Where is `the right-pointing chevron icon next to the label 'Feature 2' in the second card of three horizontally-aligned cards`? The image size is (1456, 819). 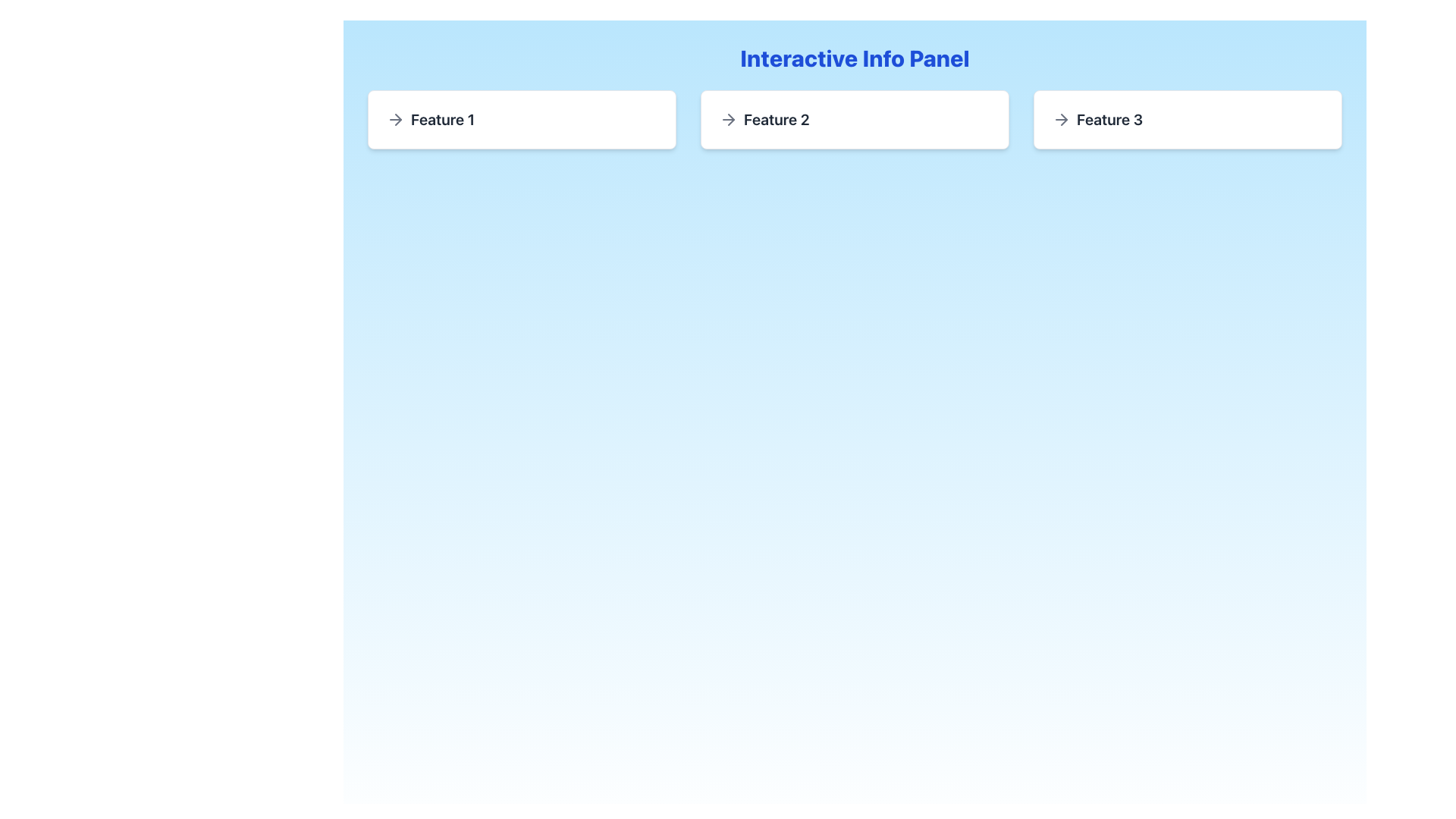 the right-pointing chevron icon next to the label 'Feature 2' in the second card of three horizontally-aligned cards is located at coordinates (731, 119).